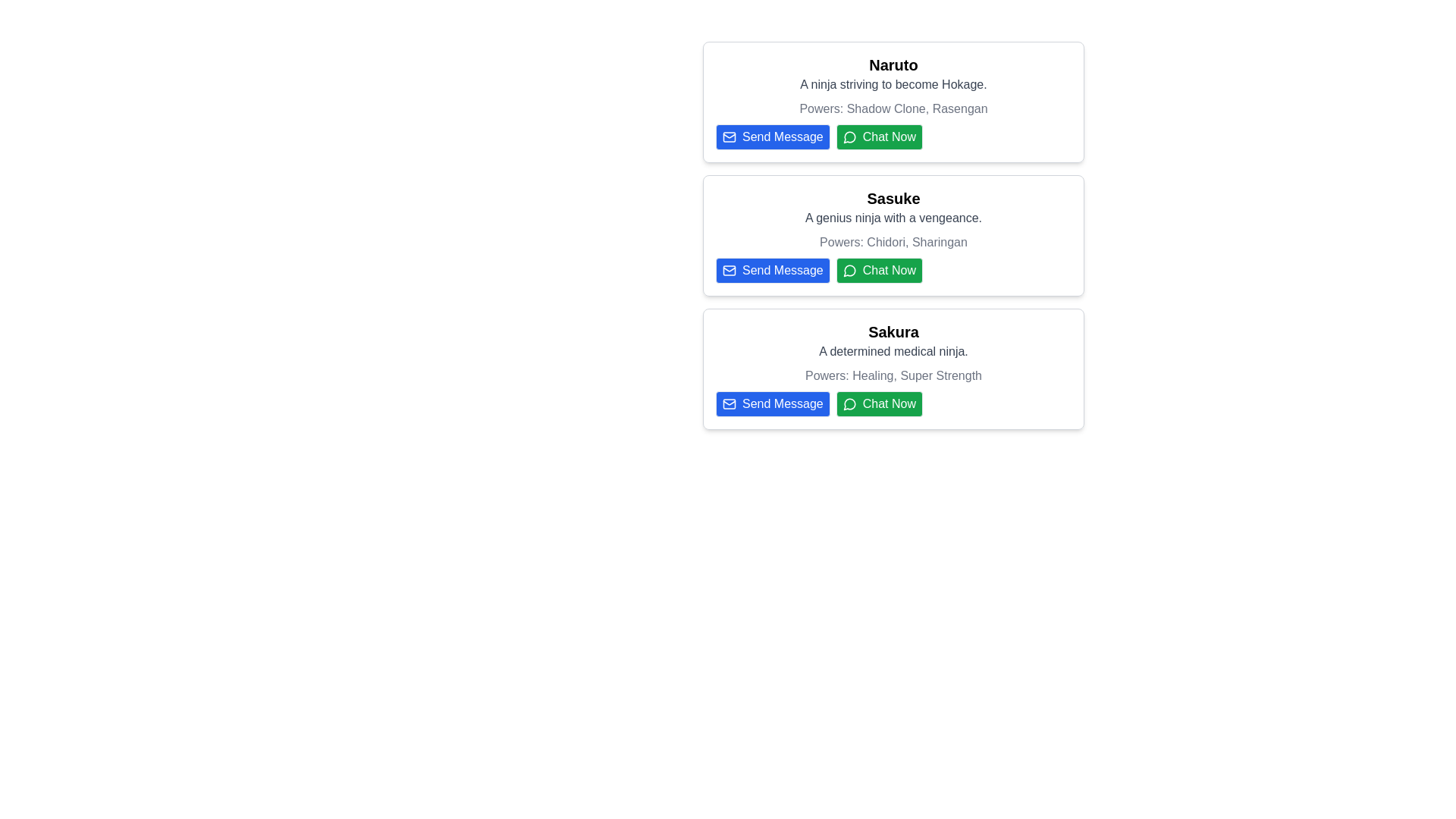 This screenshot has width=1456, height=819. Describe the element at coordinates (879, 137) in the screenshot. I see `the chat initiation button located at the right-most position in the first row of user cards` at that location.